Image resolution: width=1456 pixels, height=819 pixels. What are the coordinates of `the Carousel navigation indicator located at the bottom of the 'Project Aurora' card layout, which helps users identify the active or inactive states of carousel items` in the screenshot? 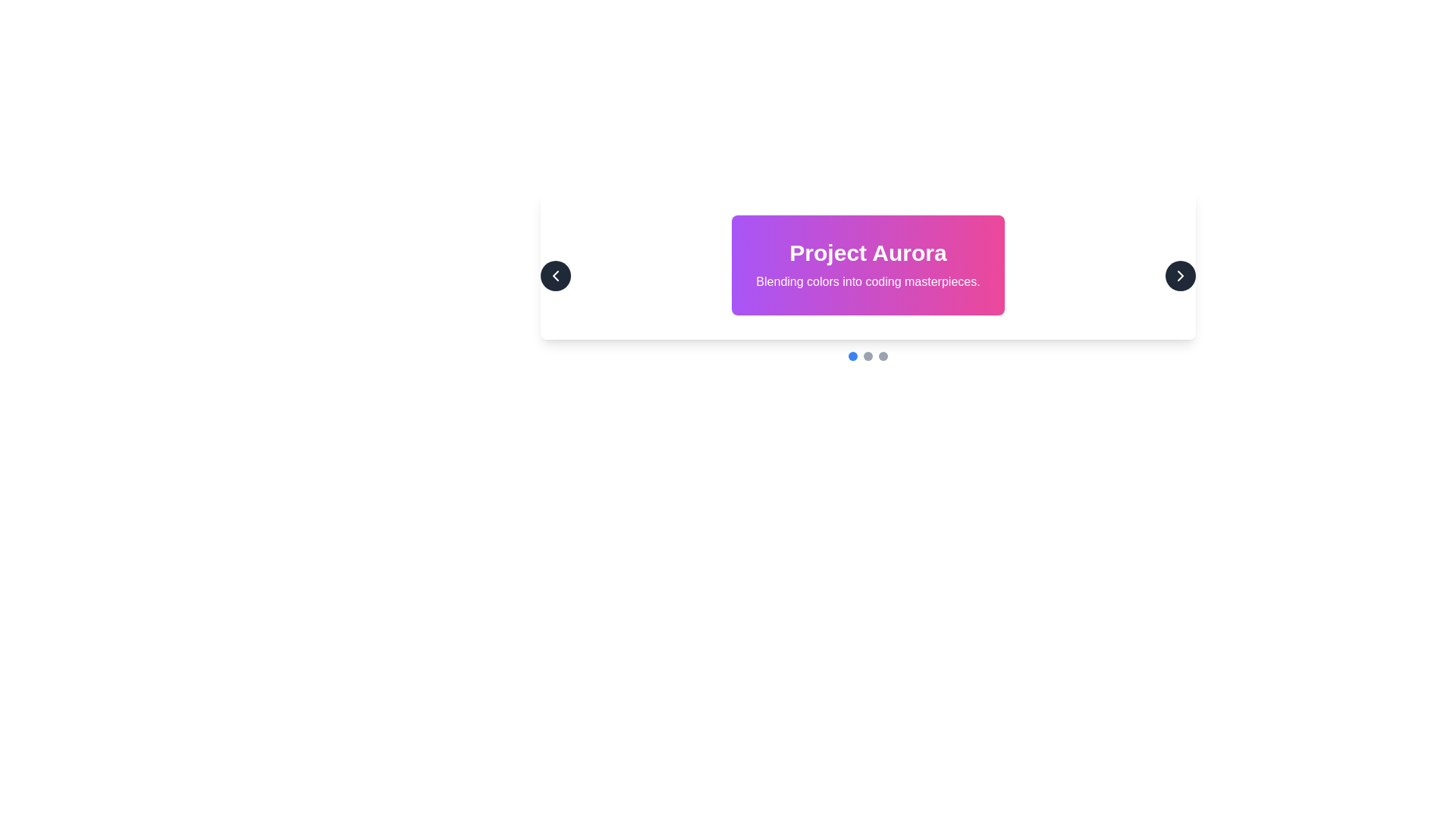 It's located at (868, 356).